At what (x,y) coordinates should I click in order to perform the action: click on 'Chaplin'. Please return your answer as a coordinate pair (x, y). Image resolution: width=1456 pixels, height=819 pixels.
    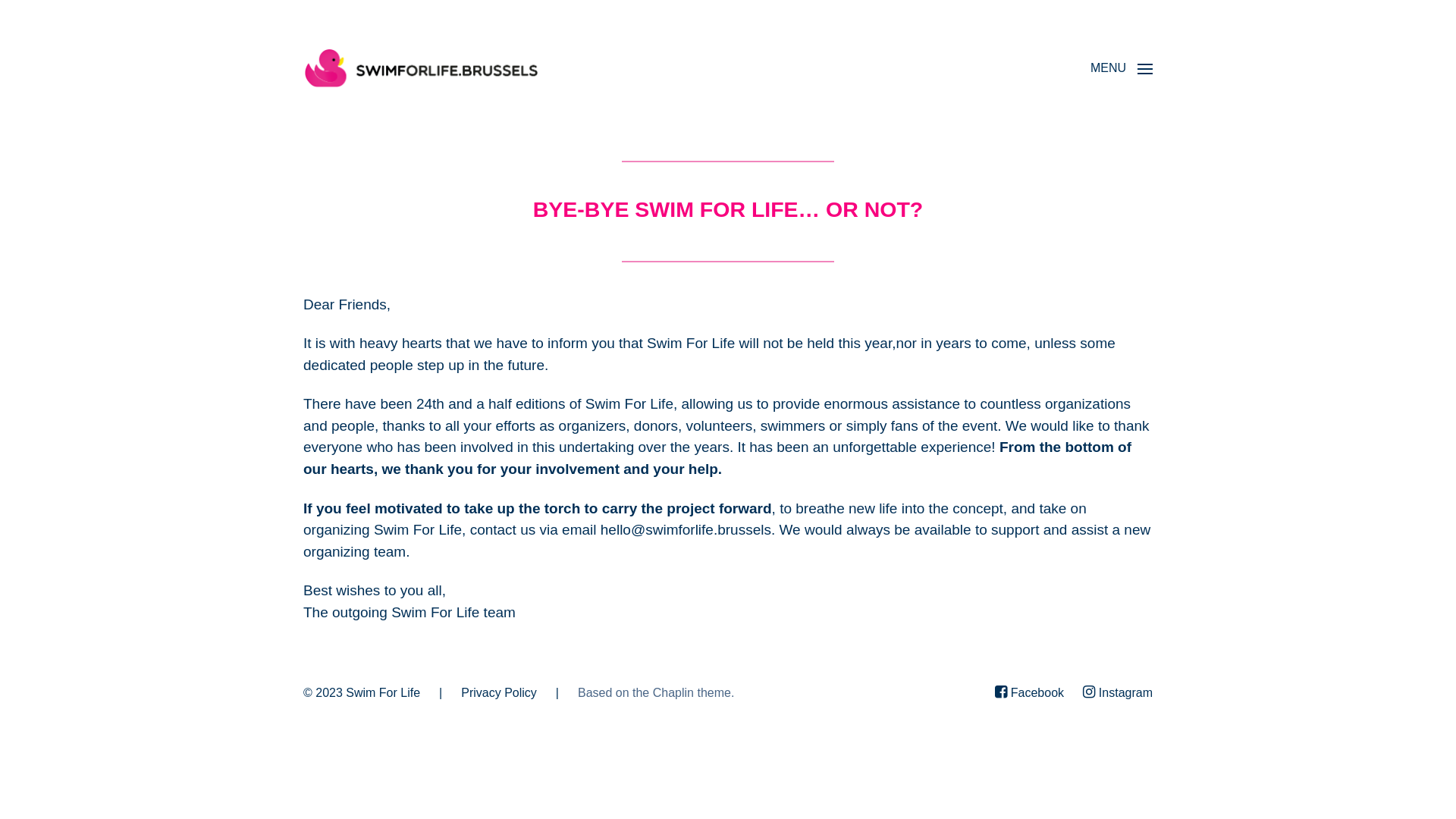
    Looking at the image, I should click on (673, 692).